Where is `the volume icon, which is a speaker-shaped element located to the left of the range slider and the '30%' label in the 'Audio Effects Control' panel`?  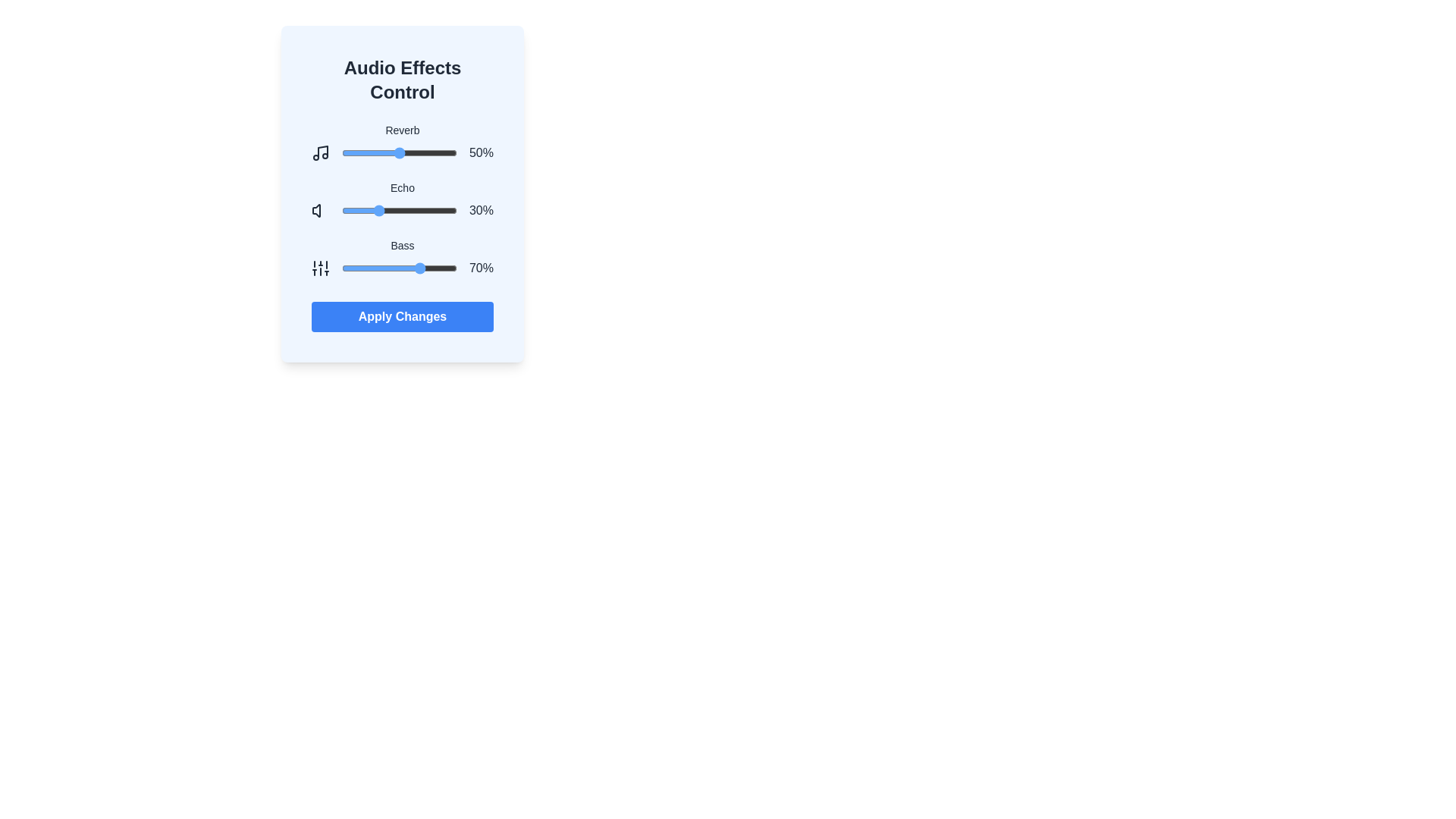
the volume icon, which is a speaker-shaped element located to the left of the range slider and the '30%' label in the 'Audio Effects Control' panel is located at coordinates (319, 210).